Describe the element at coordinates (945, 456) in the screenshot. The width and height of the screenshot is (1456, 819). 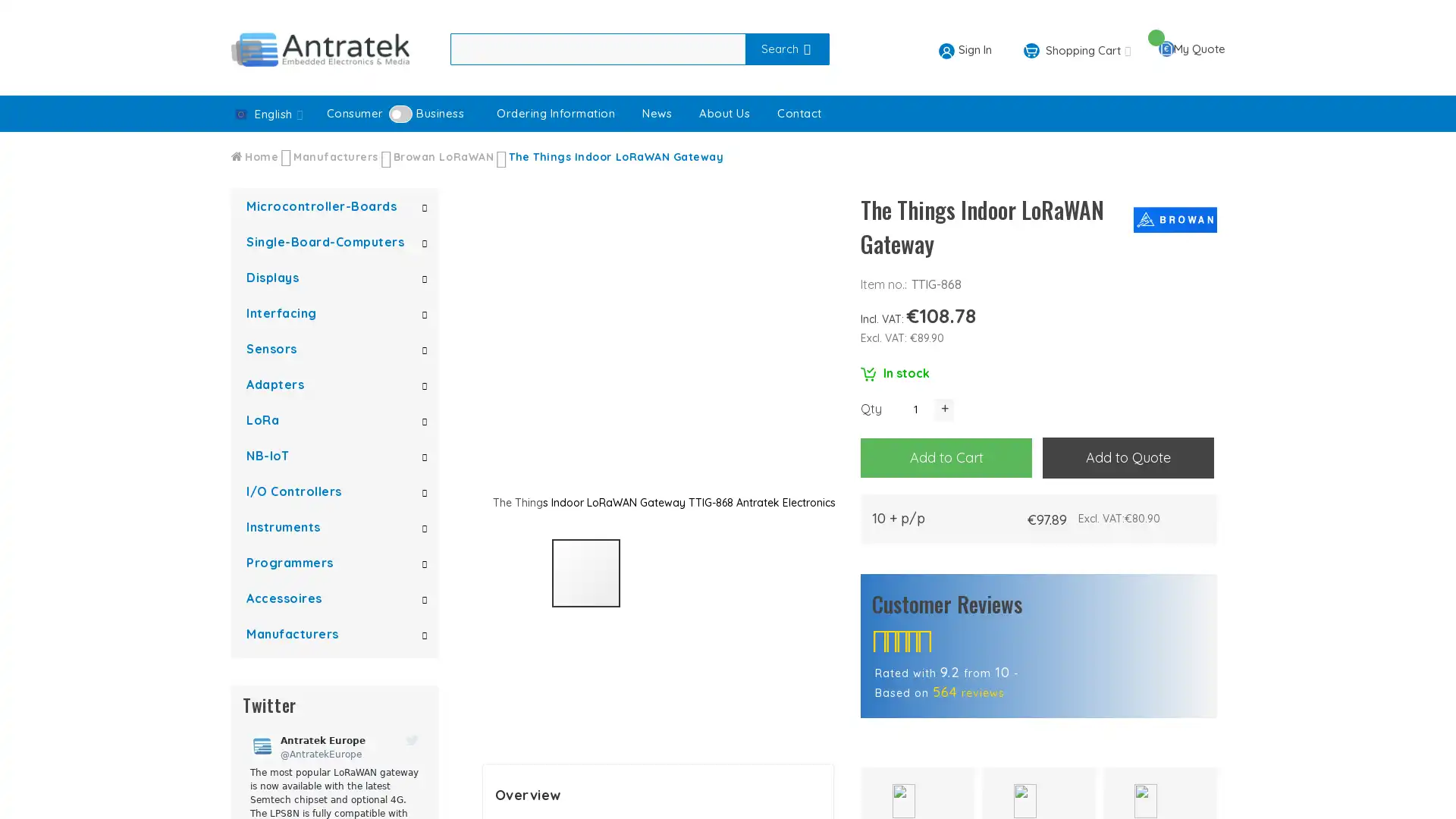
I see `Add to Cart` at that location.